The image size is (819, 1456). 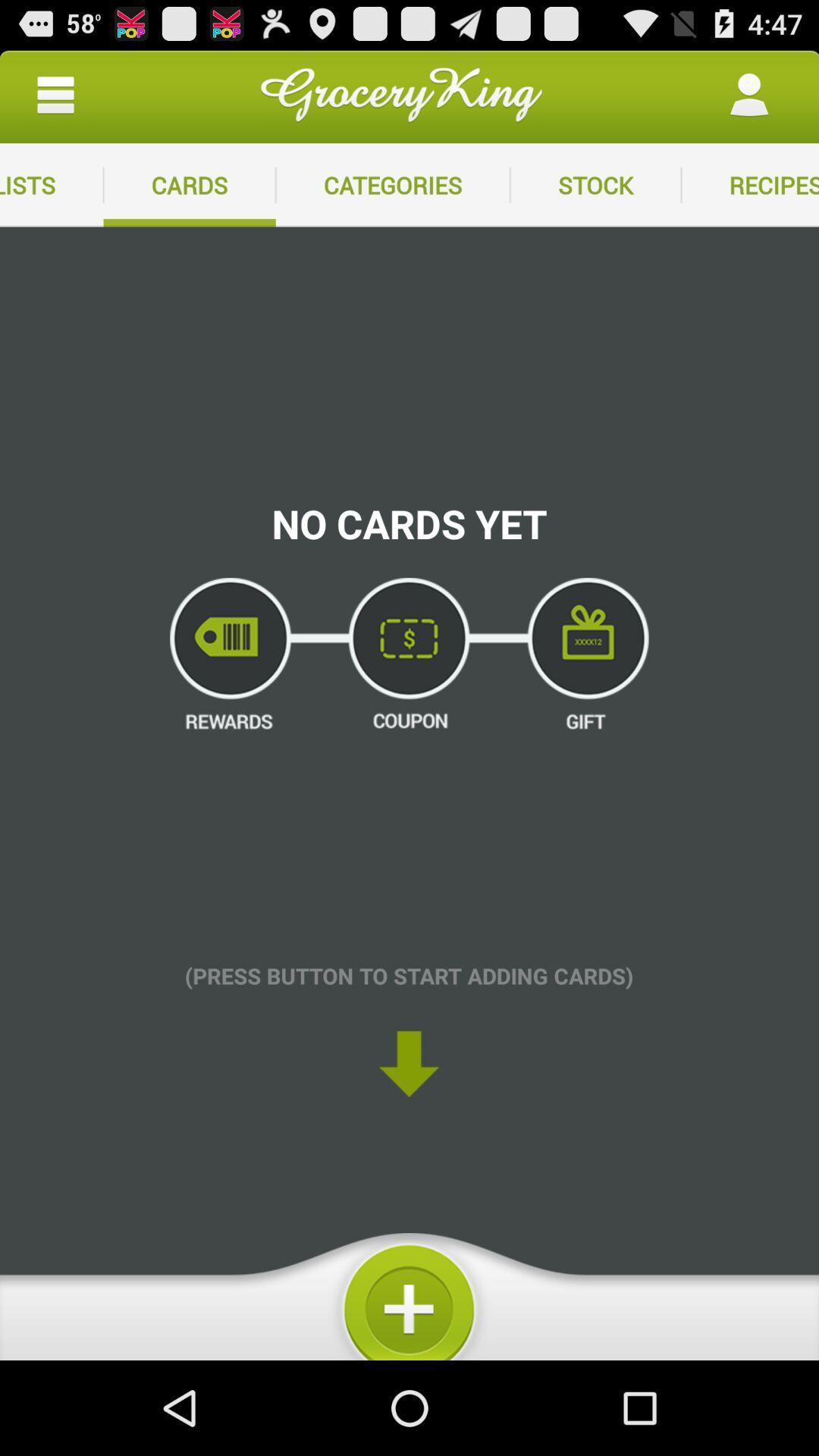 I want to click on the item above the no cards yet icon, so click(x=595, y=184).